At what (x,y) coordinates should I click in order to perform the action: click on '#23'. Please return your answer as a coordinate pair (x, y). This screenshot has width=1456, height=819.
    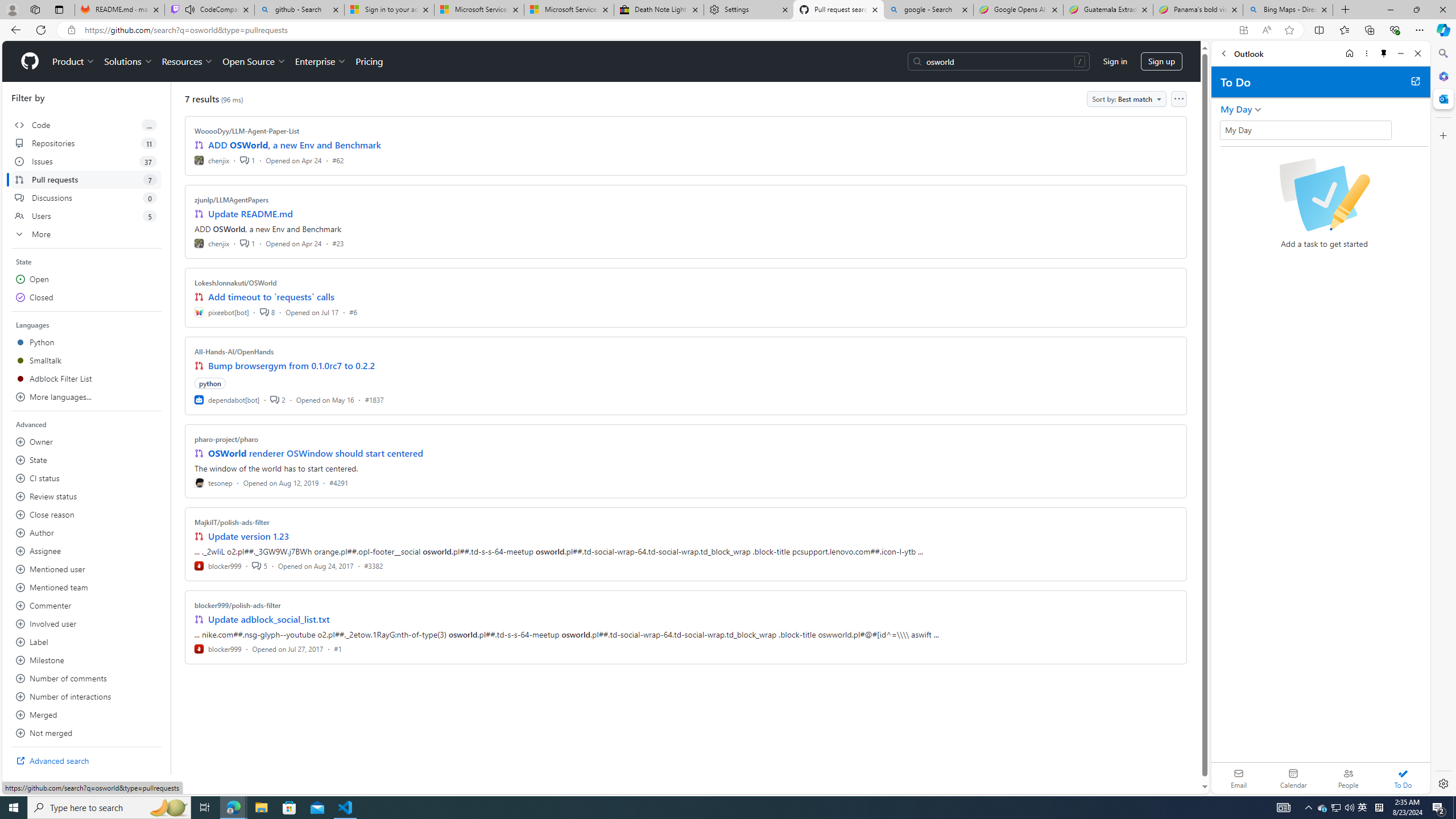
    Looking at the image, I should click on (337, 242).